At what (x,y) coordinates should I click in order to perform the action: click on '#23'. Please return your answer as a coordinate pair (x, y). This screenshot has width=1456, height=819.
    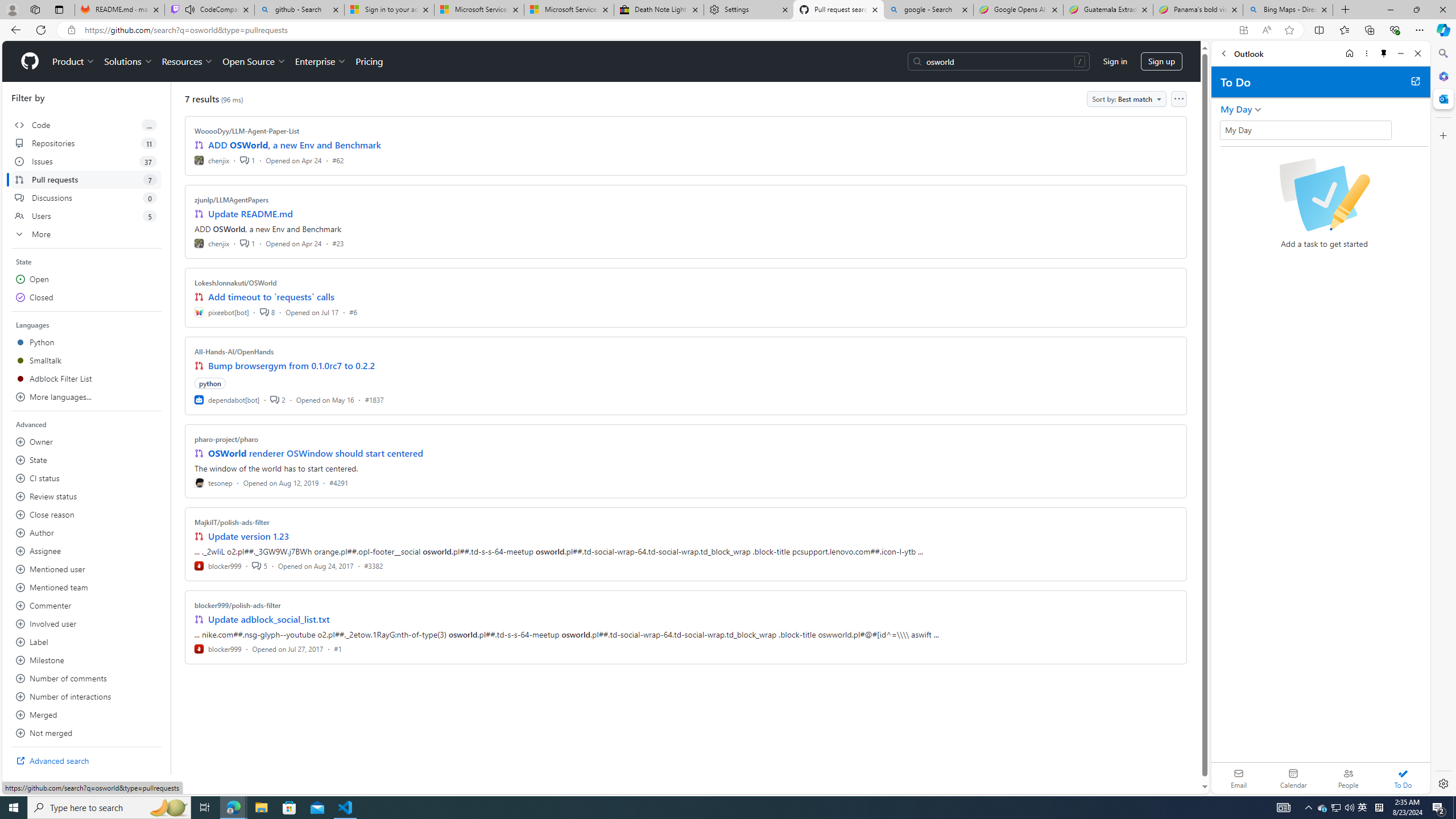
    Looking at the image, I should click on (337, 242).